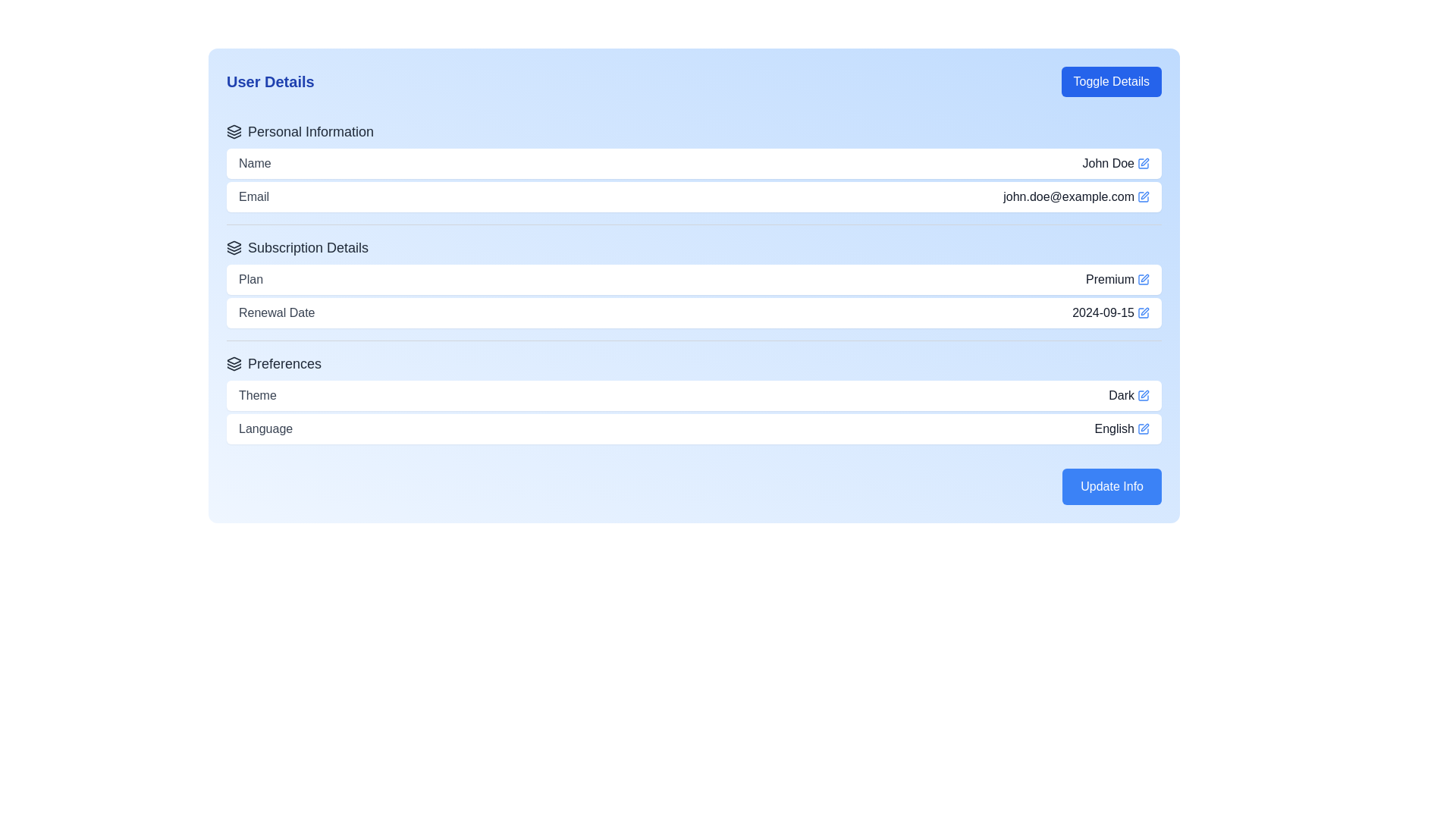 The width and height of the screenshot is (1456, 819). What do you see at coordinates (1143, 429) in the screenshot?
I see `the blue square-shaped pencil icon adjacent to the text 'English' in the 'Language' field under the 'Preferences' section` at bounding box center [1143, 429].